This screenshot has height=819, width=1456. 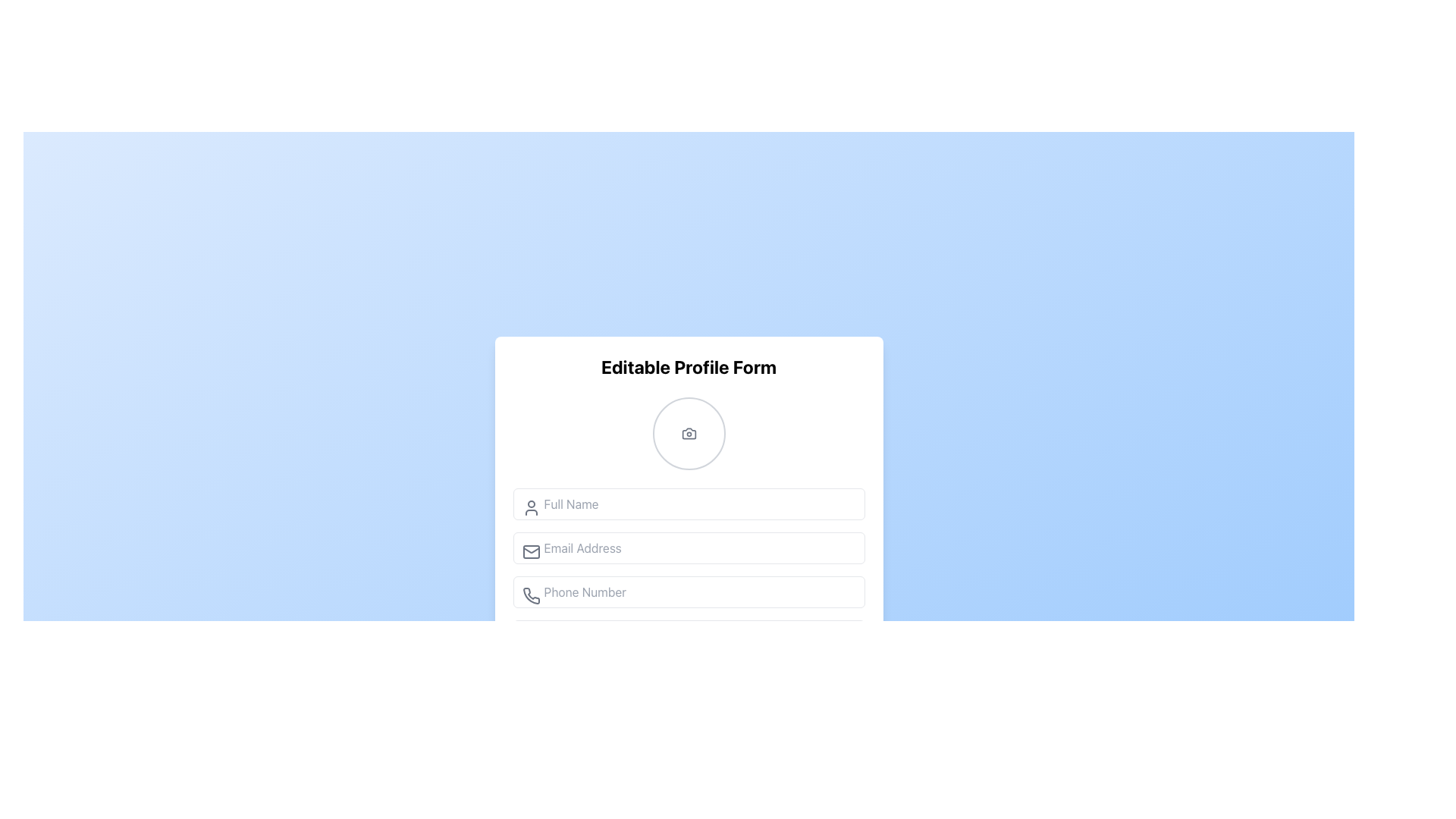 I want to click on the rectangular user input field labeled 'Email Address', so click(x=688, y=540).